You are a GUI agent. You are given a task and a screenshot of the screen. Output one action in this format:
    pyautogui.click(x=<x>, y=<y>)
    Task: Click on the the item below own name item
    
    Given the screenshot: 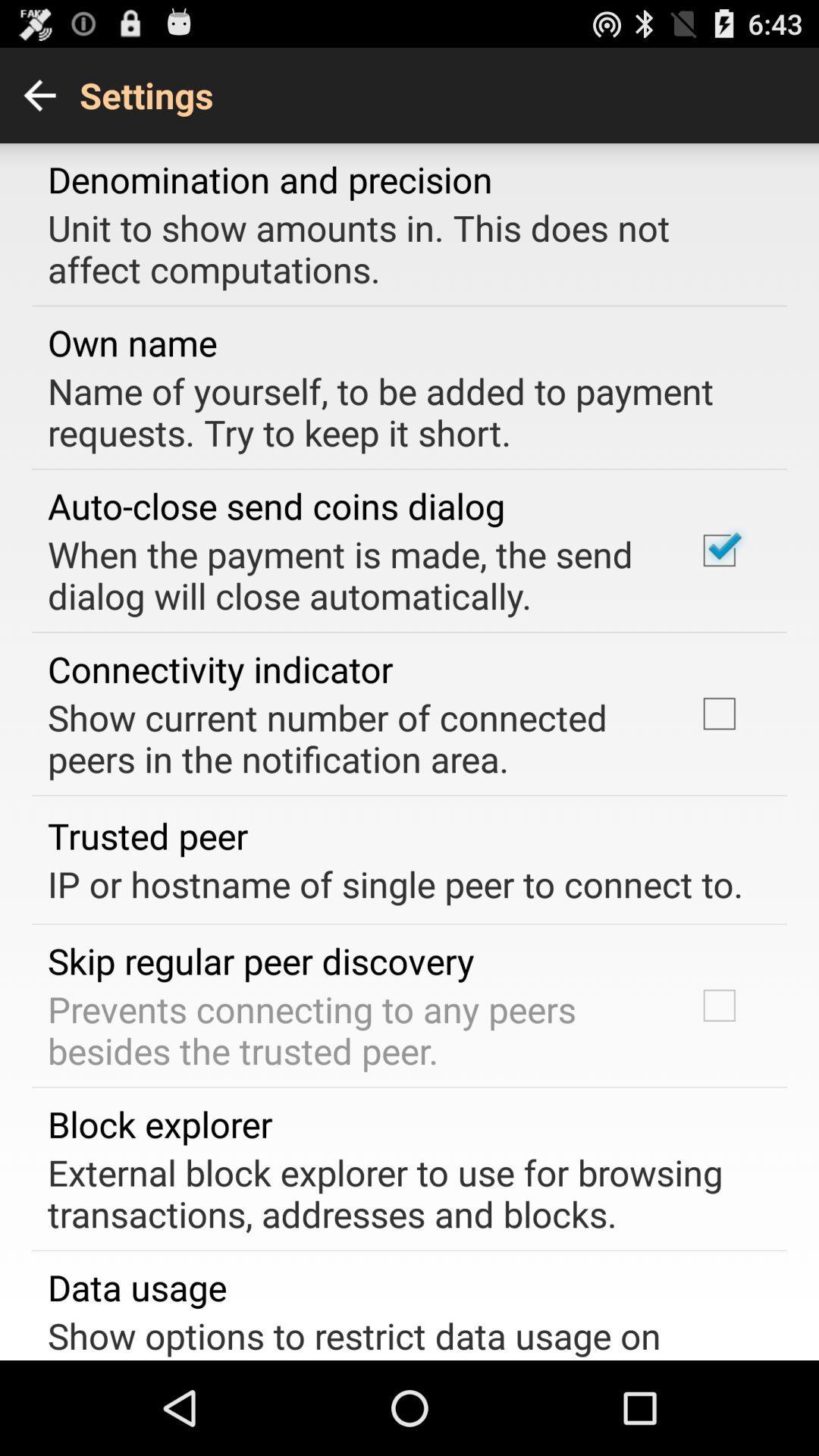 What is the action you would take?
    pyautogui.click(x=398, y=411)
    